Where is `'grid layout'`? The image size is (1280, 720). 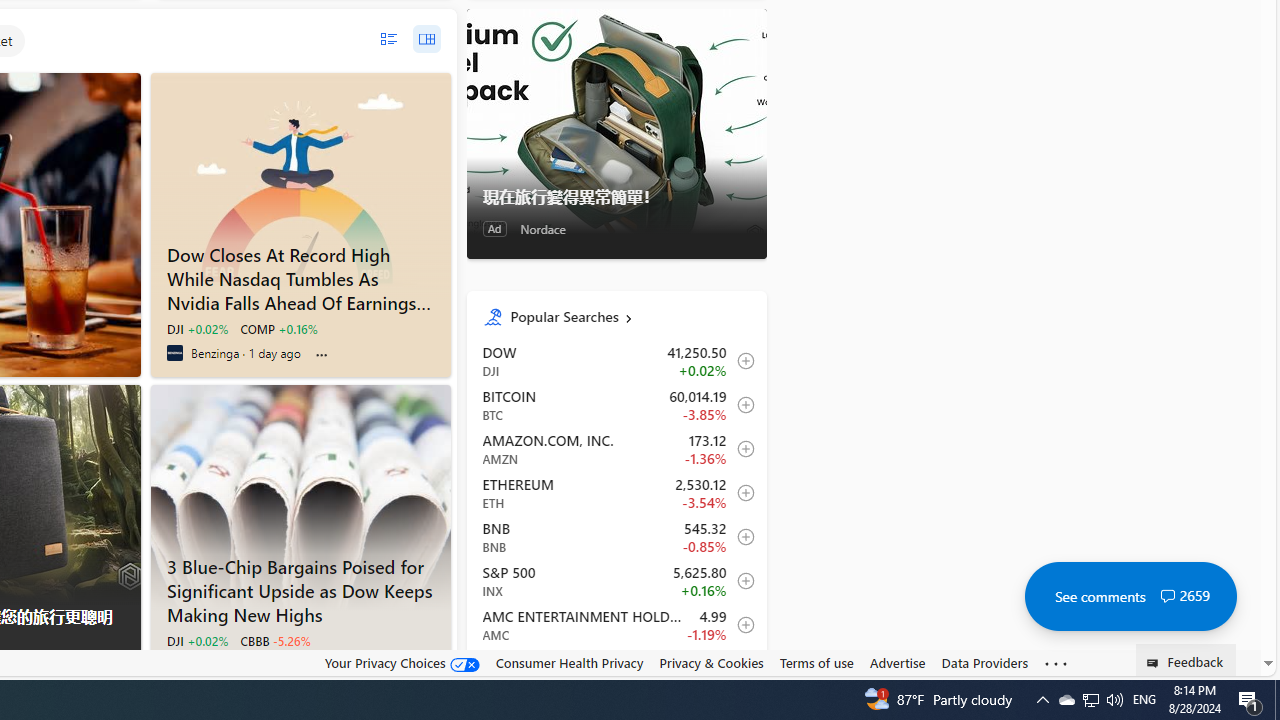 'grid layout' is located at coordinates (425, 39).